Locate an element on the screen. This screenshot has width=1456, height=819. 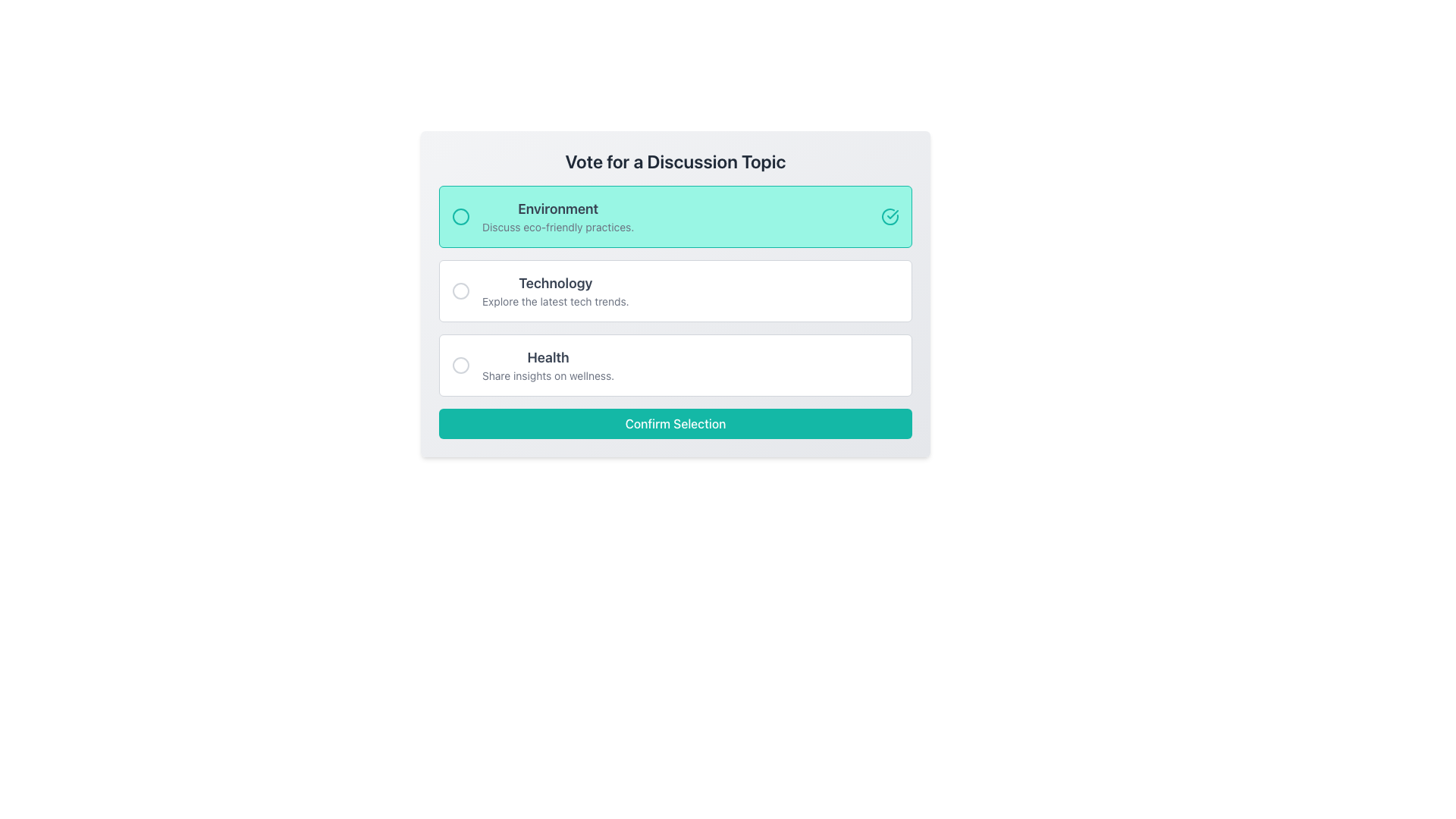
the text label 'Environment' which is styled with a bold font and is the first item in a vertical list under the header 'Vote for a Discussion Topic' is located at coordinates (557, 209).